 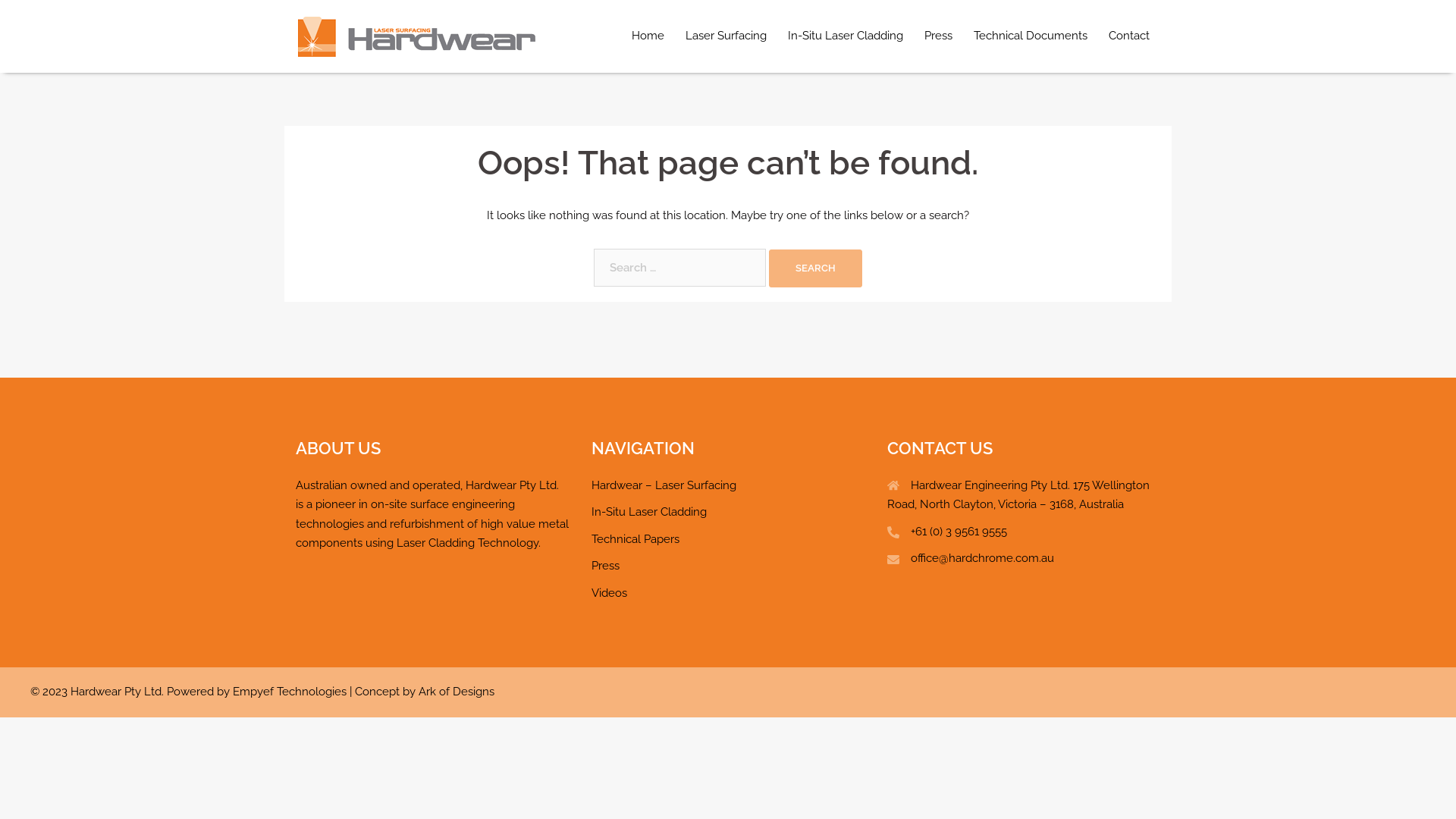 I want to click on 'Press', so click(x=604, y=565).